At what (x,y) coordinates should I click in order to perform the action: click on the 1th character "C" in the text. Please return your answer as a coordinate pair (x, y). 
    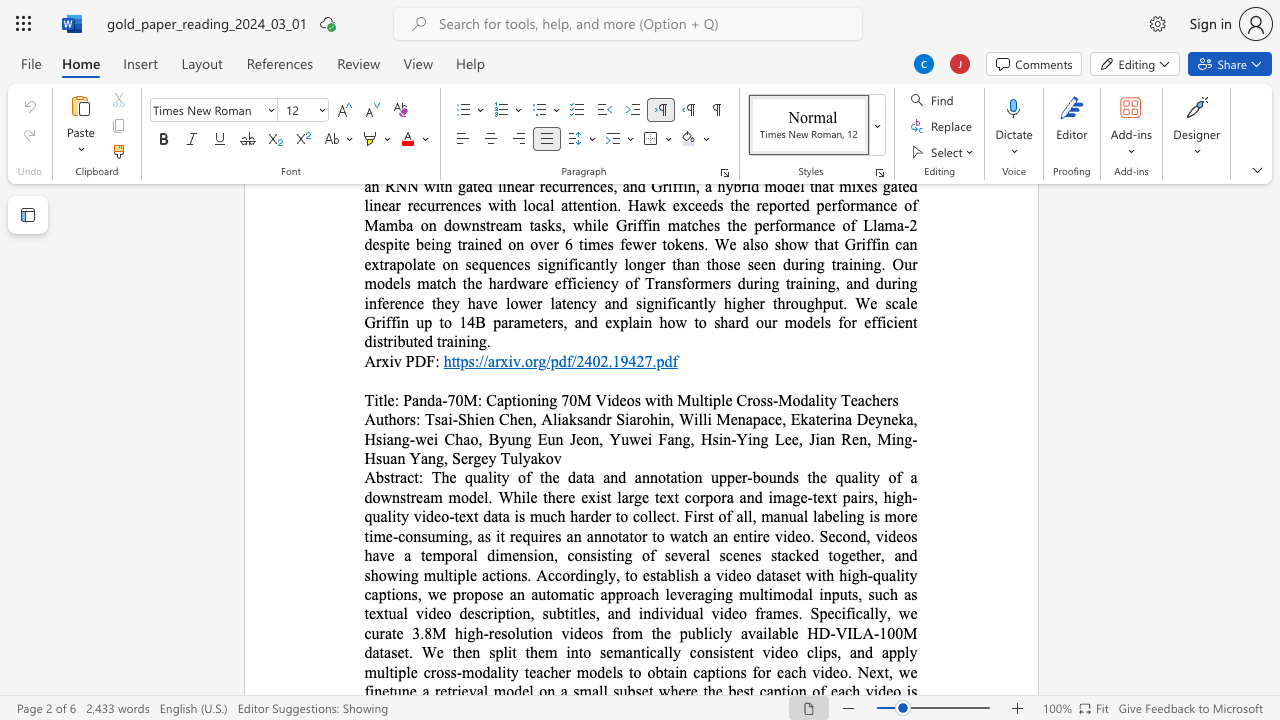
    Looking at the image, I should click on (504, 418).